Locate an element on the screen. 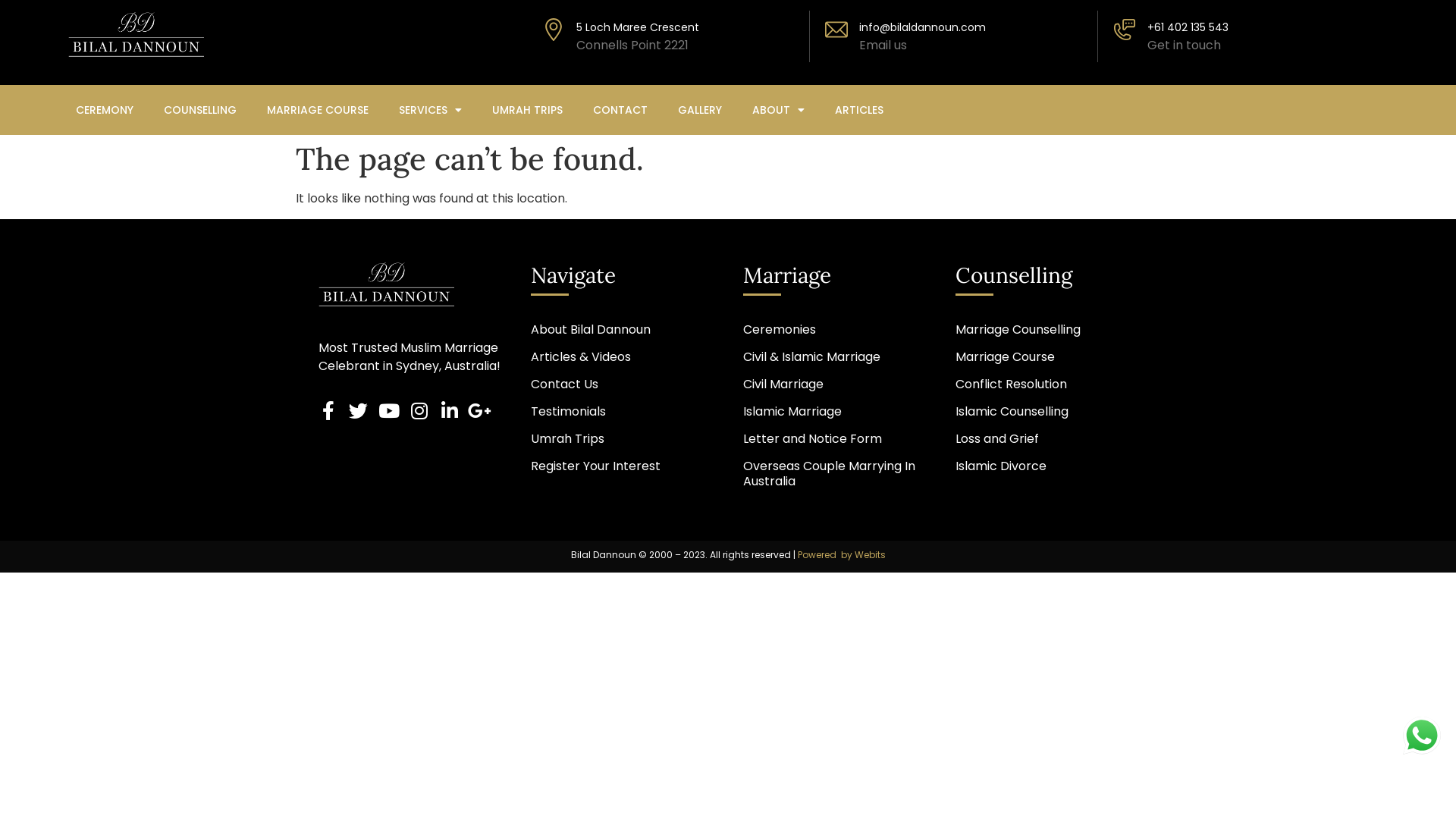  'SERVICES' is located at coordinates (429, 109).